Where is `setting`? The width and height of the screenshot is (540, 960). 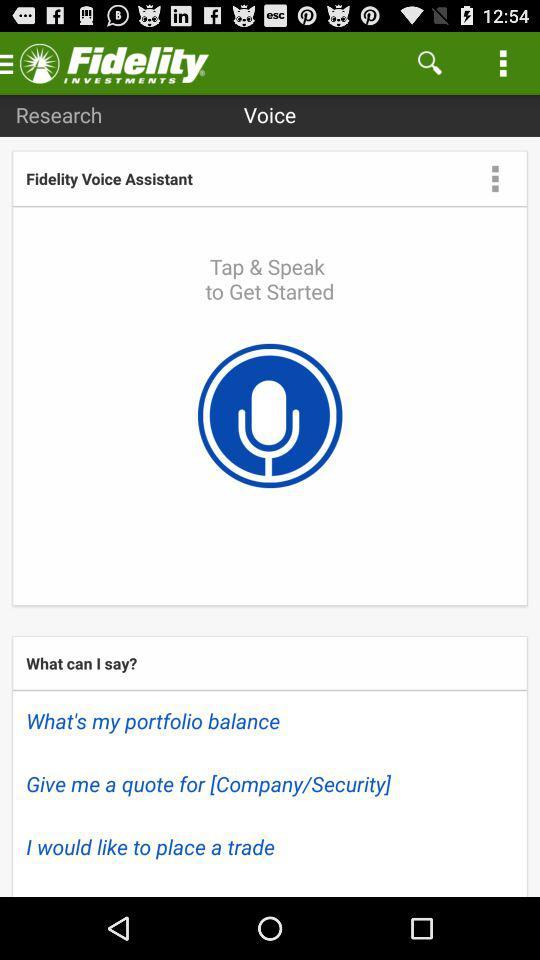
setting is located at coordinates (494, 177).